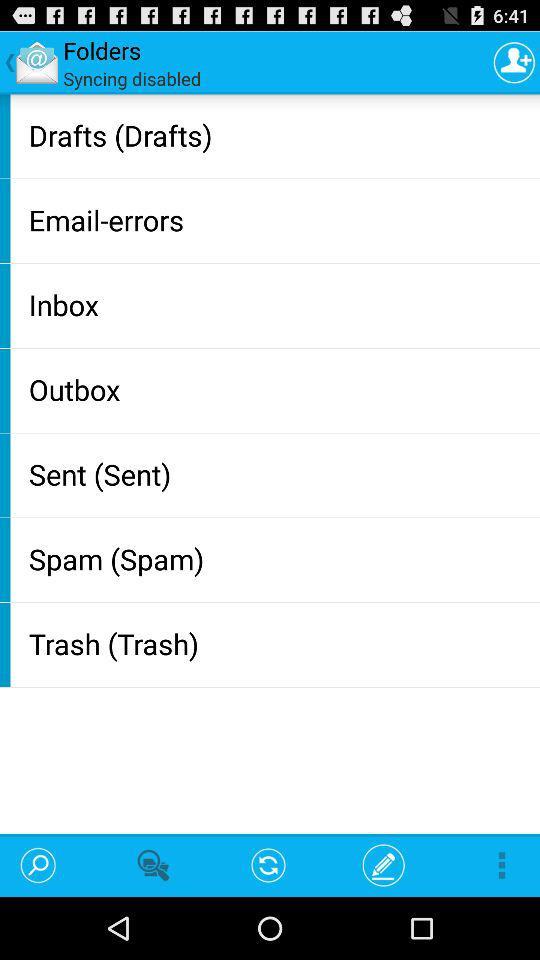 This screenshot has width=540, height=960. I want to click on item below the spam (spam) item, so click(279, 642).